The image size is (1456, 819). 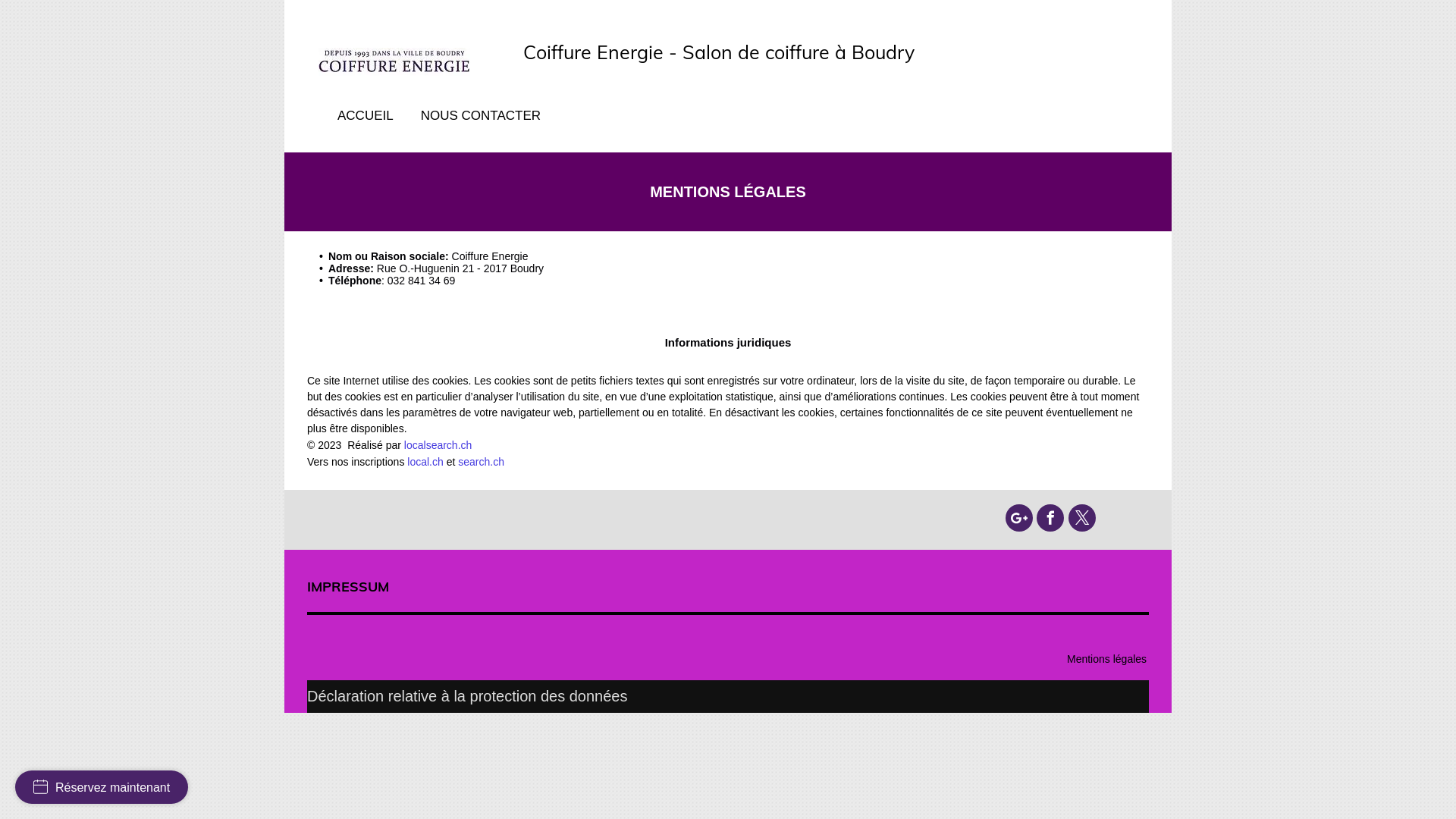 I want to click on '032 841 34 69', so click(x=387, y=281).